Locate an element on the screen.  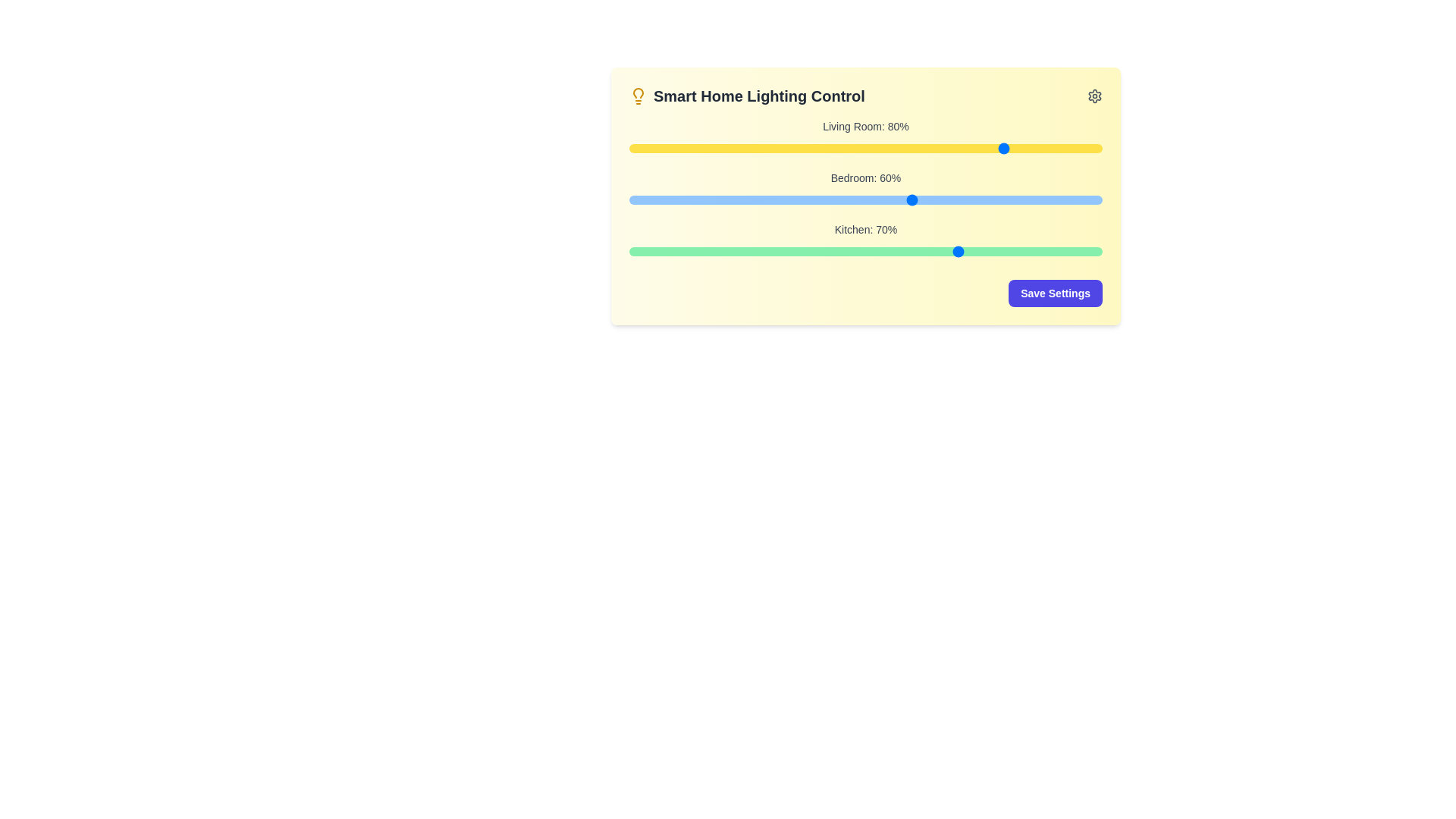
Header with icons section that contains a light bulb icon, the text 'Smart Home Lighting Control', and a gear icon, located at the top of the card-like structure, for visual details is located at coordinates (866, 96).